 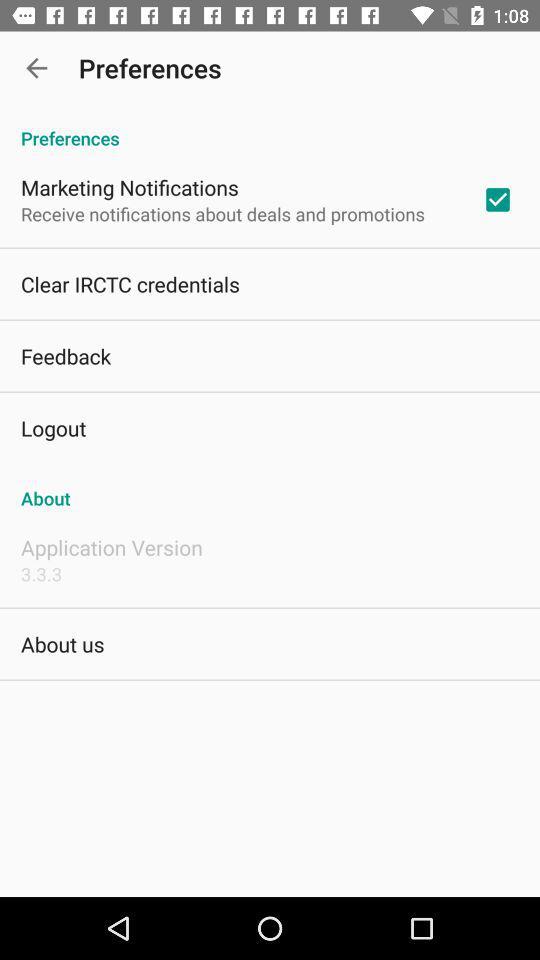 What do you see at coordinates (36, 68) in the screenshot?
I see `the item above the preferences icon` at bounding box center [36, 68].